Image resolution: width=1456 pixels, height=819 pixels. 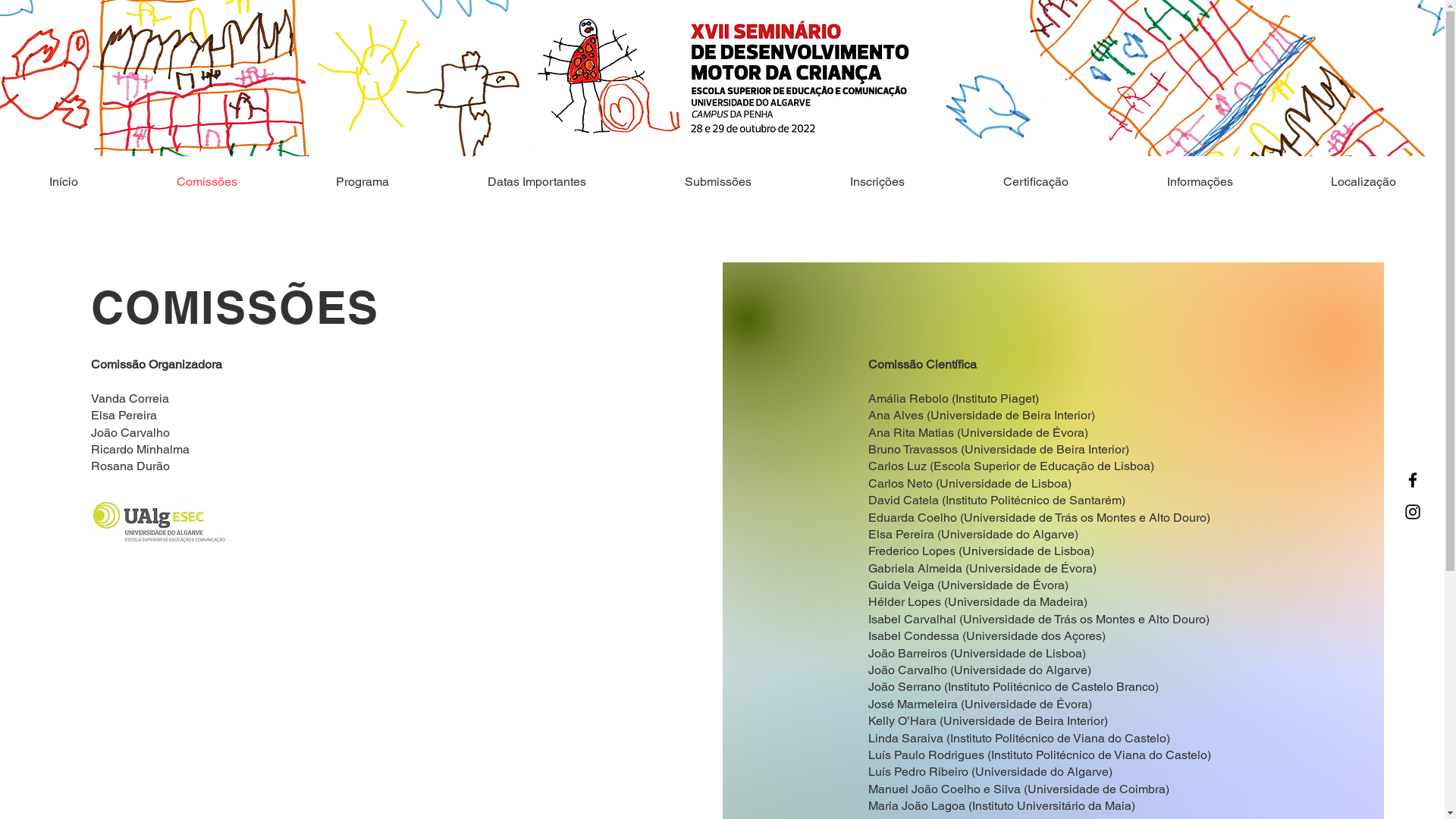 What do you see at coordinates (537, 180) in the screenshot?
I see `'Datas Importantes'` at bounding box center [537, 180].